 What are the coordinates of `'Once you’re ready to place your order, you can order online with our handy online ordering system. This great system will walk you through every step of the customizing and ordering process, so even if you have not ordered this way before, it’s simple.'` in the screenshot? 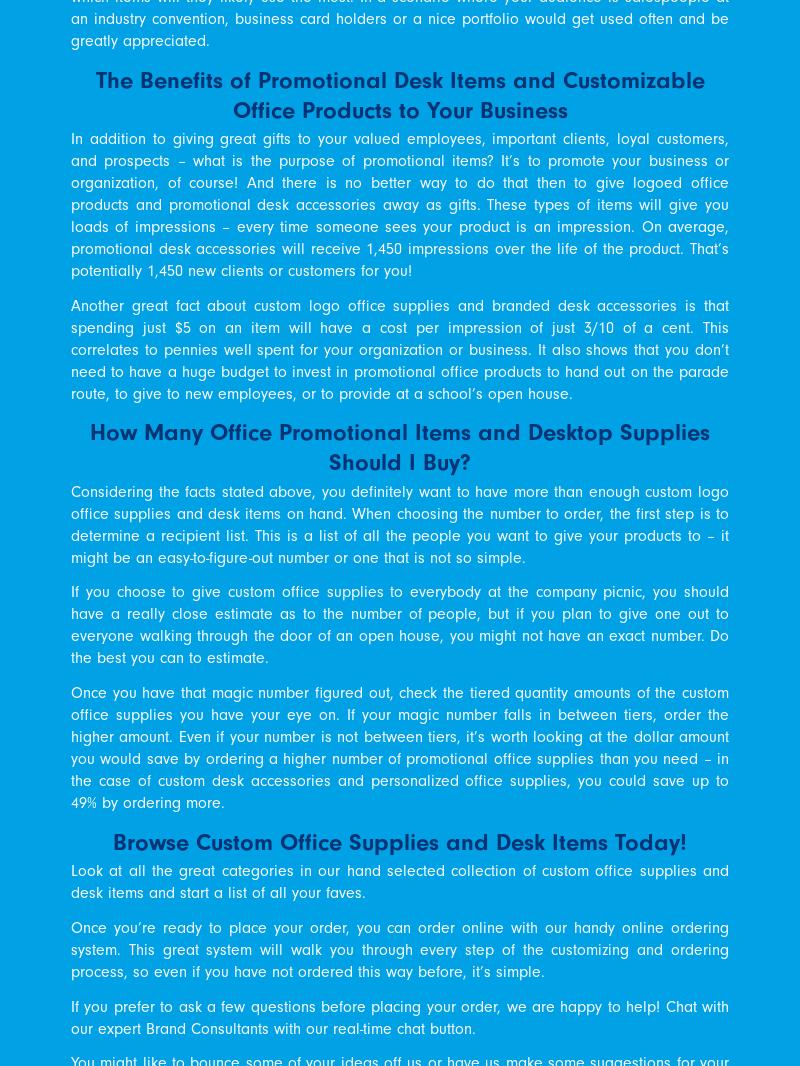 It's located at (70, 948).